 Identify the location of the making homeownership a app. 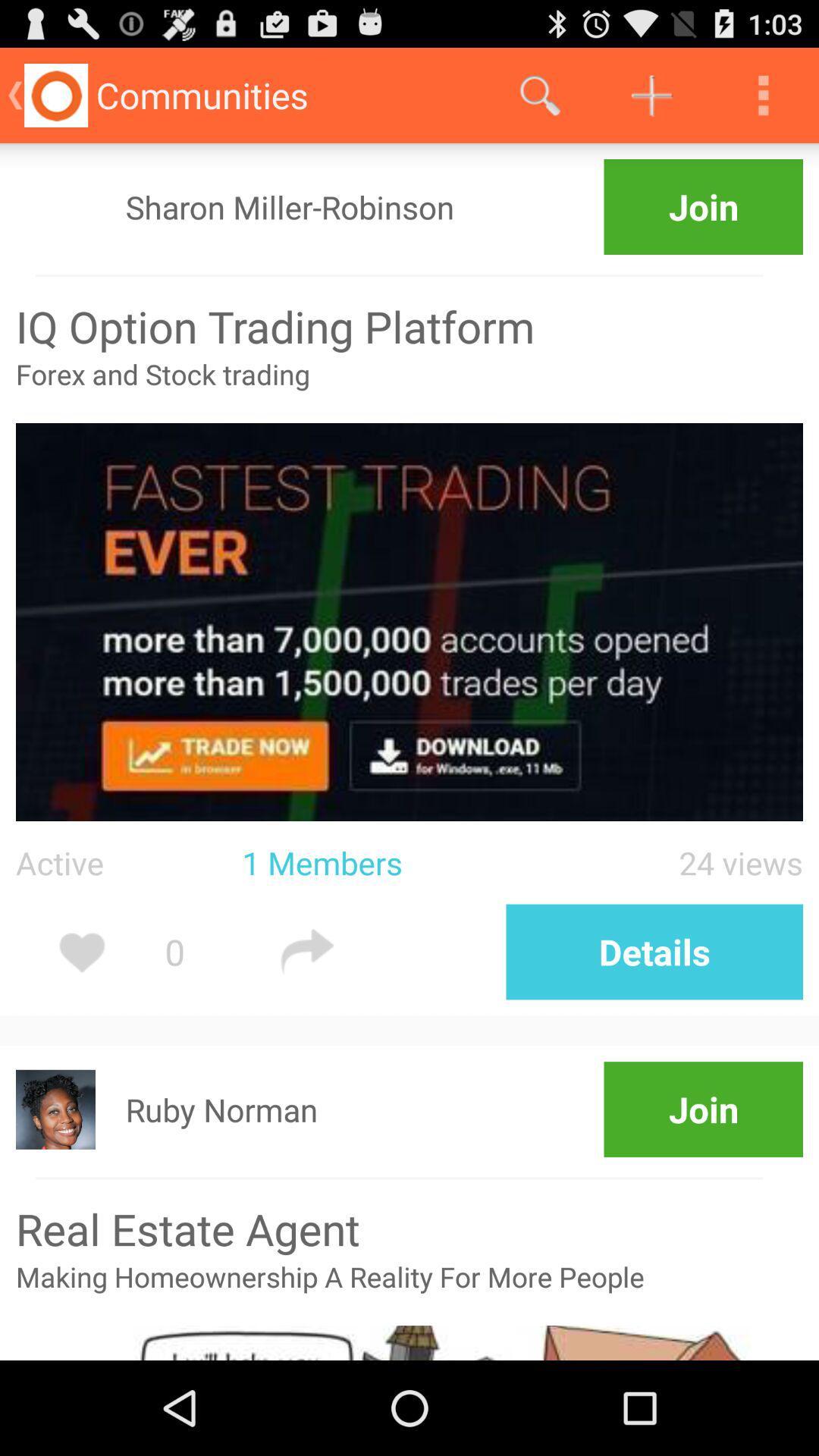
(409, 1291).